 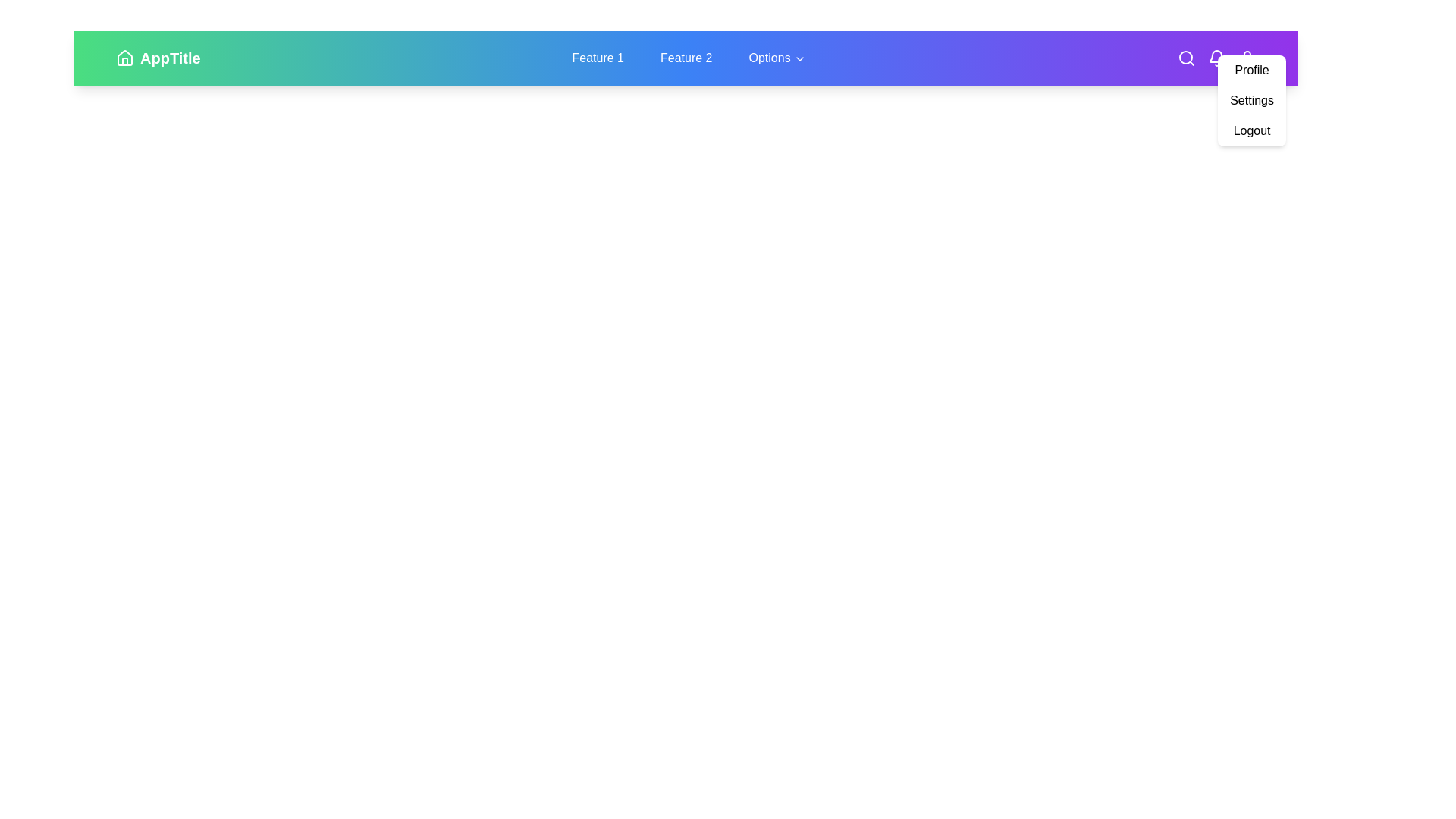 I want to click on the Bell icon to perform its action, so click(x=1216, y=58).